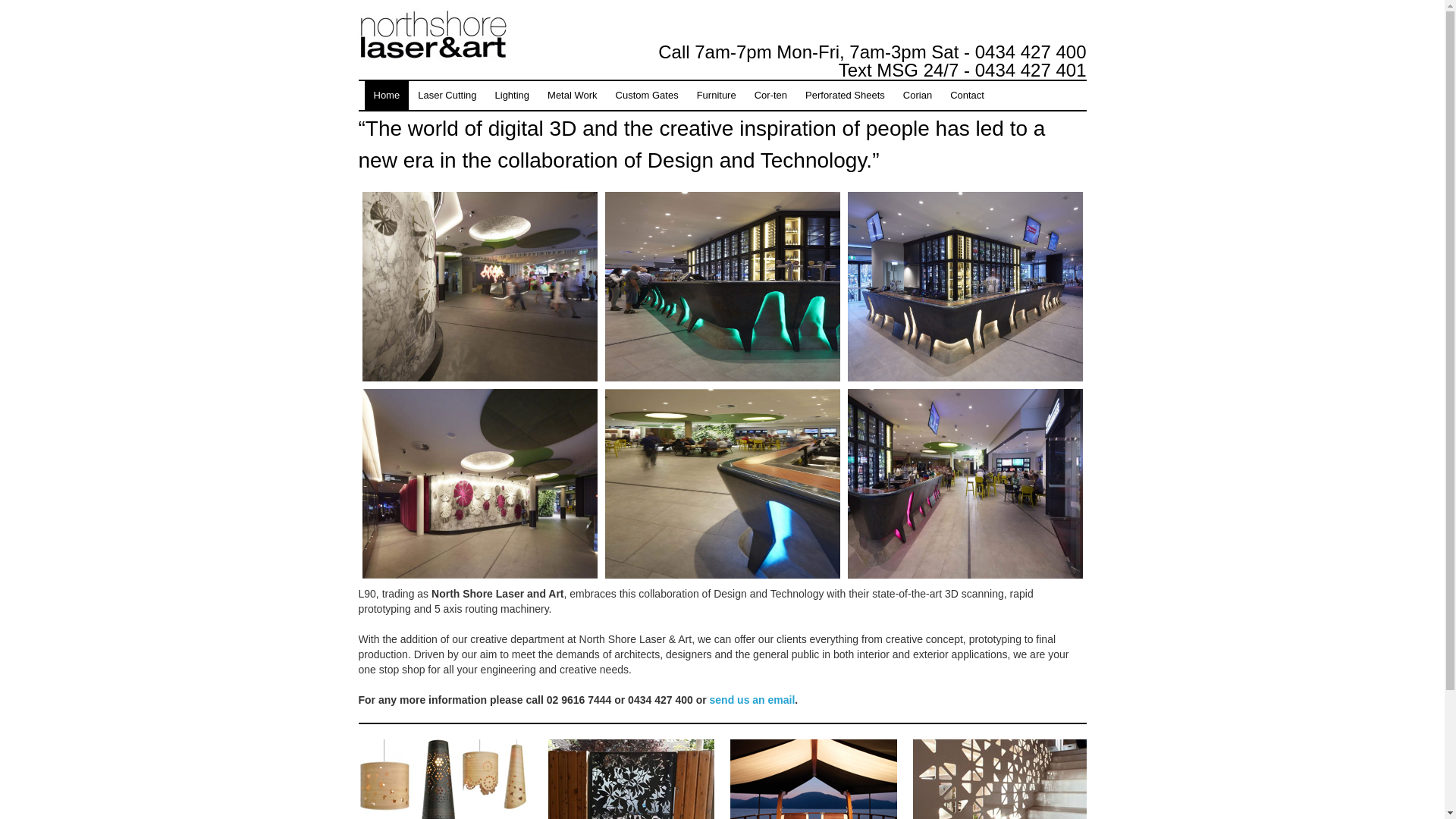 The width and height of the screenshot is (1456, 819). Describe the element at coordinates (364, 96) in the screenshot. I see `'Home'` at that location.